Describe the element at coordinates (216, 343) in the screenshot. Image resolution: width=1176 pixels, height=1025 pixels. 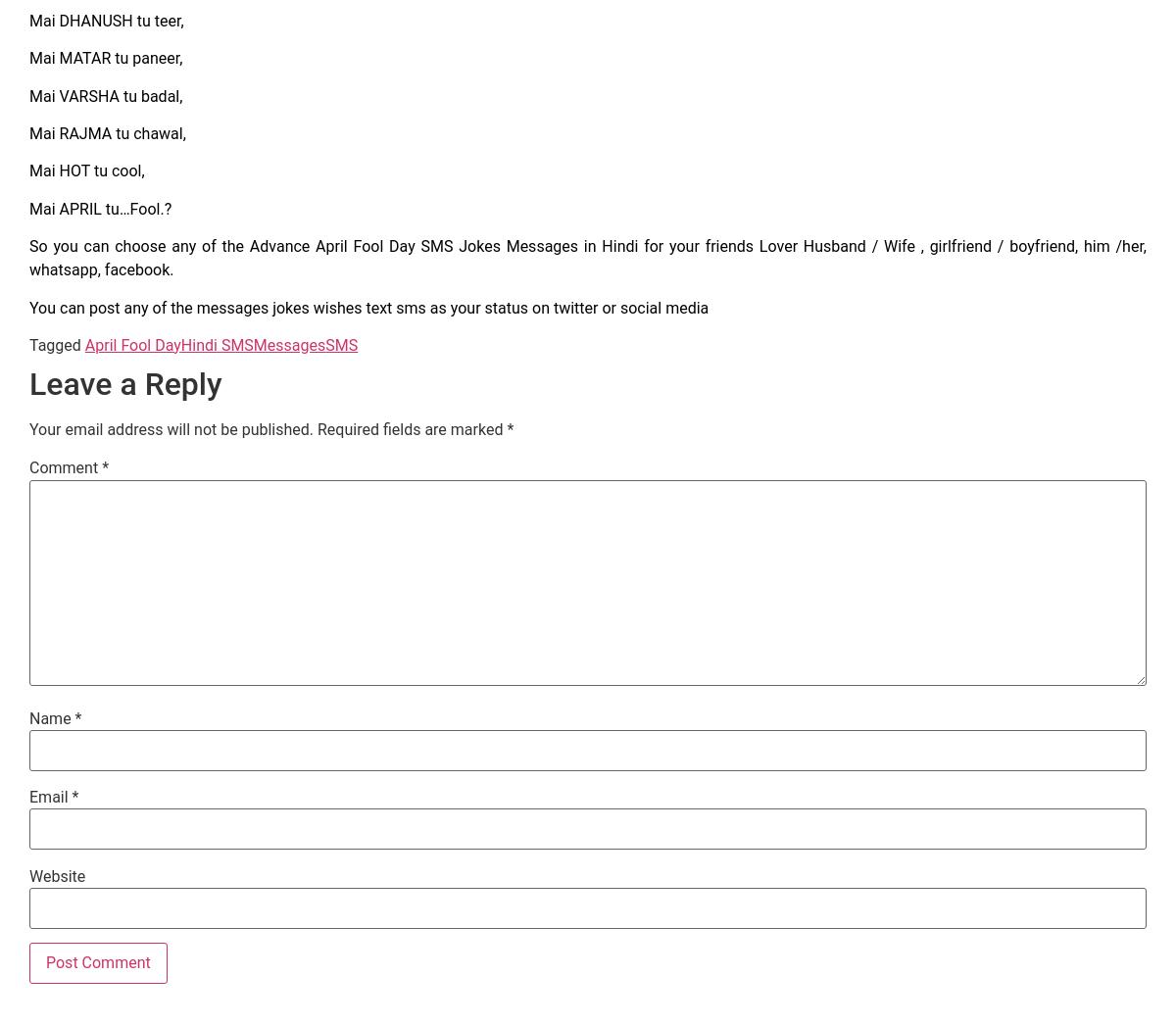
I see `'Hindi SMS'` at that location.